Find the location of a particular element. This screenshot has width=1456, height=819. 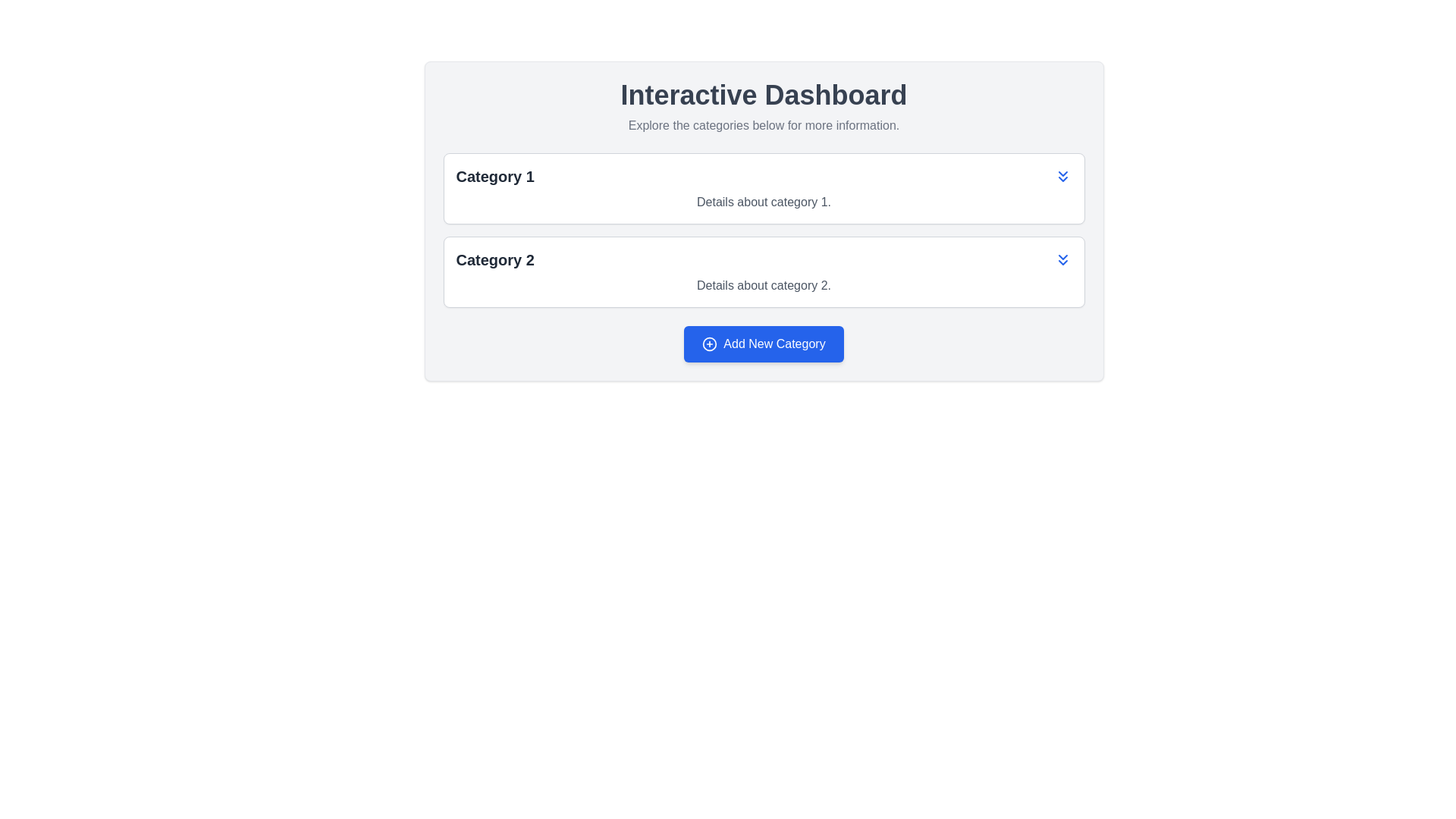

the informational text label for 'Category 1', which is positioned below the title within a bordered and rounded card is located at coordinates (764, 201).